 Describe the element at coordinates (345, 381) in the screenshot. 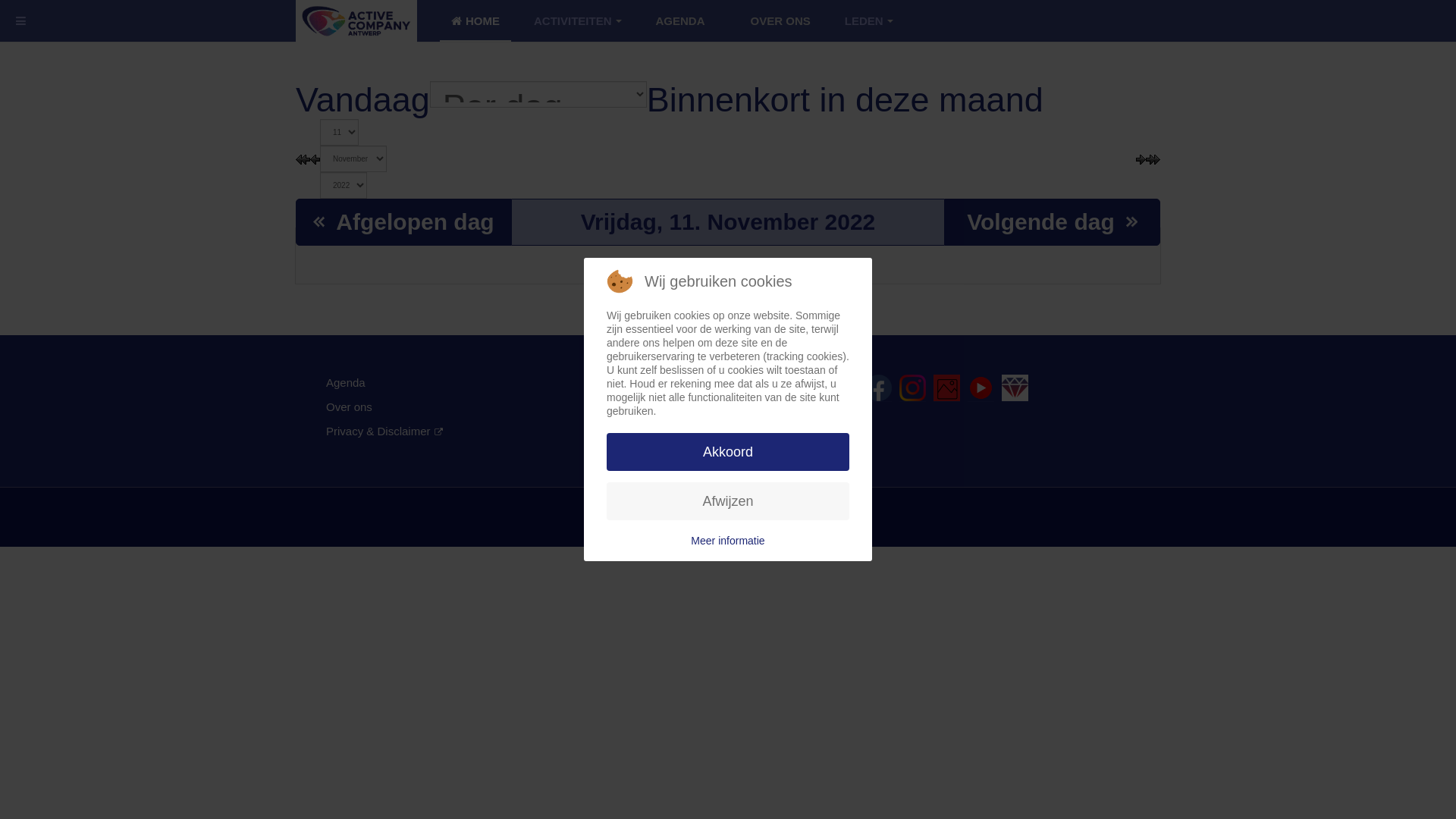

I see `'Agenda'` at that location.